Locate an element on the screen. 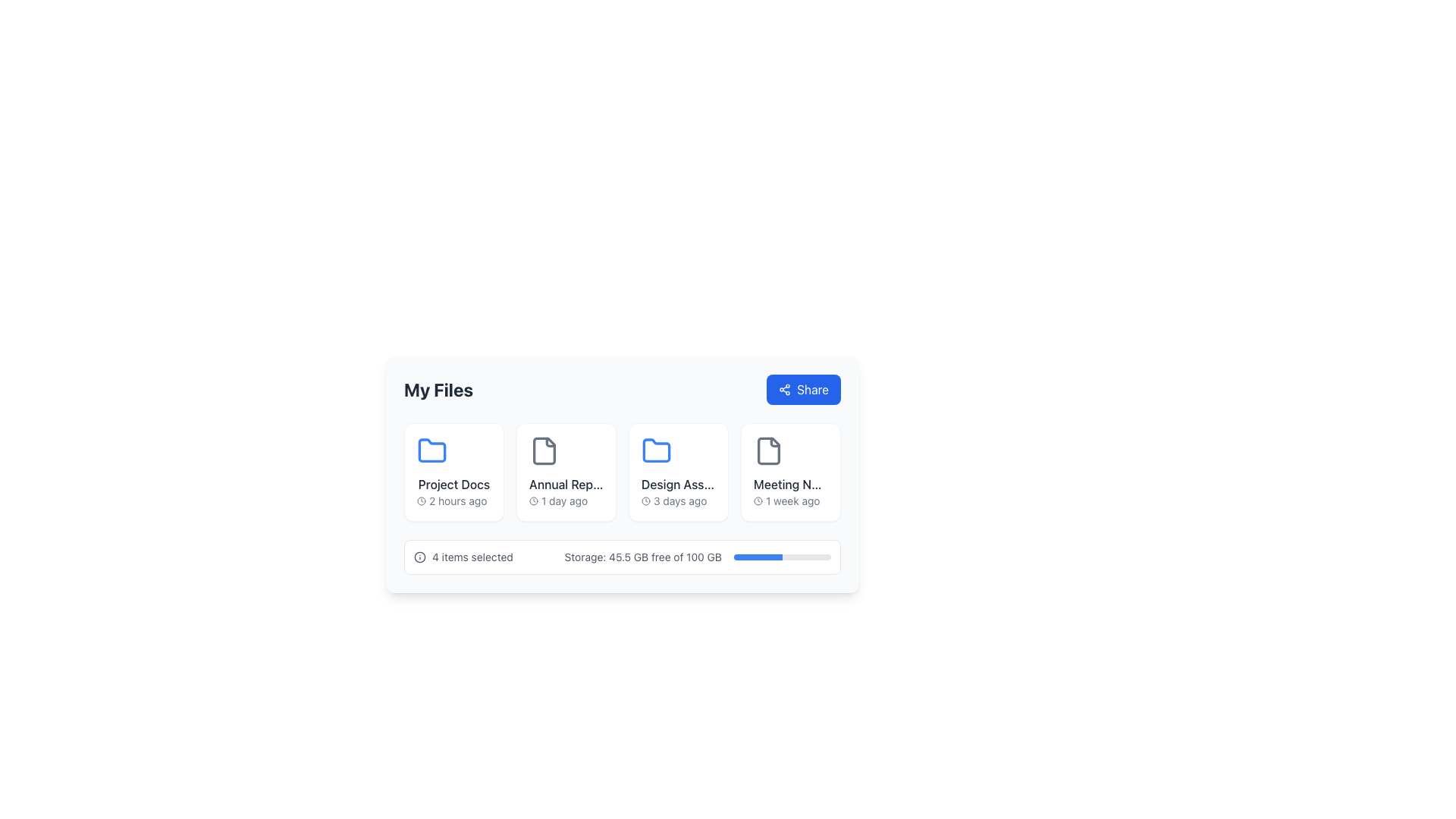 This screenshot has height=819, width=1456. the blue 'Share' button with rounded corners located at the top right corner of the 'My Files' panel is located at coordinates (803, 388).